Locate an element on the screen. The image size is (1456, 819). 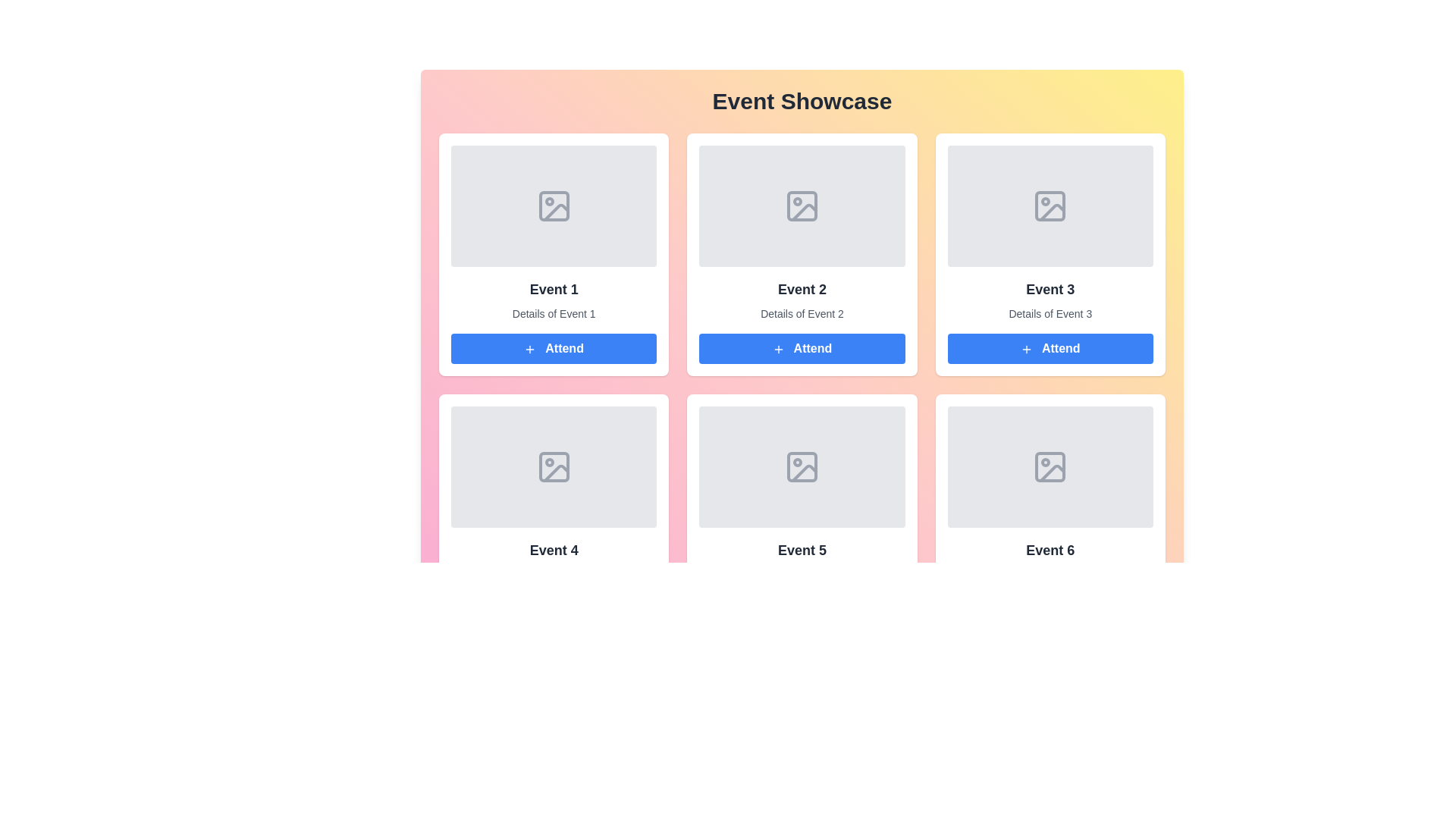
heading text 'Event Showcase' which is prominently styled and centered at the top of the content area is located at coordinates (801, 102).